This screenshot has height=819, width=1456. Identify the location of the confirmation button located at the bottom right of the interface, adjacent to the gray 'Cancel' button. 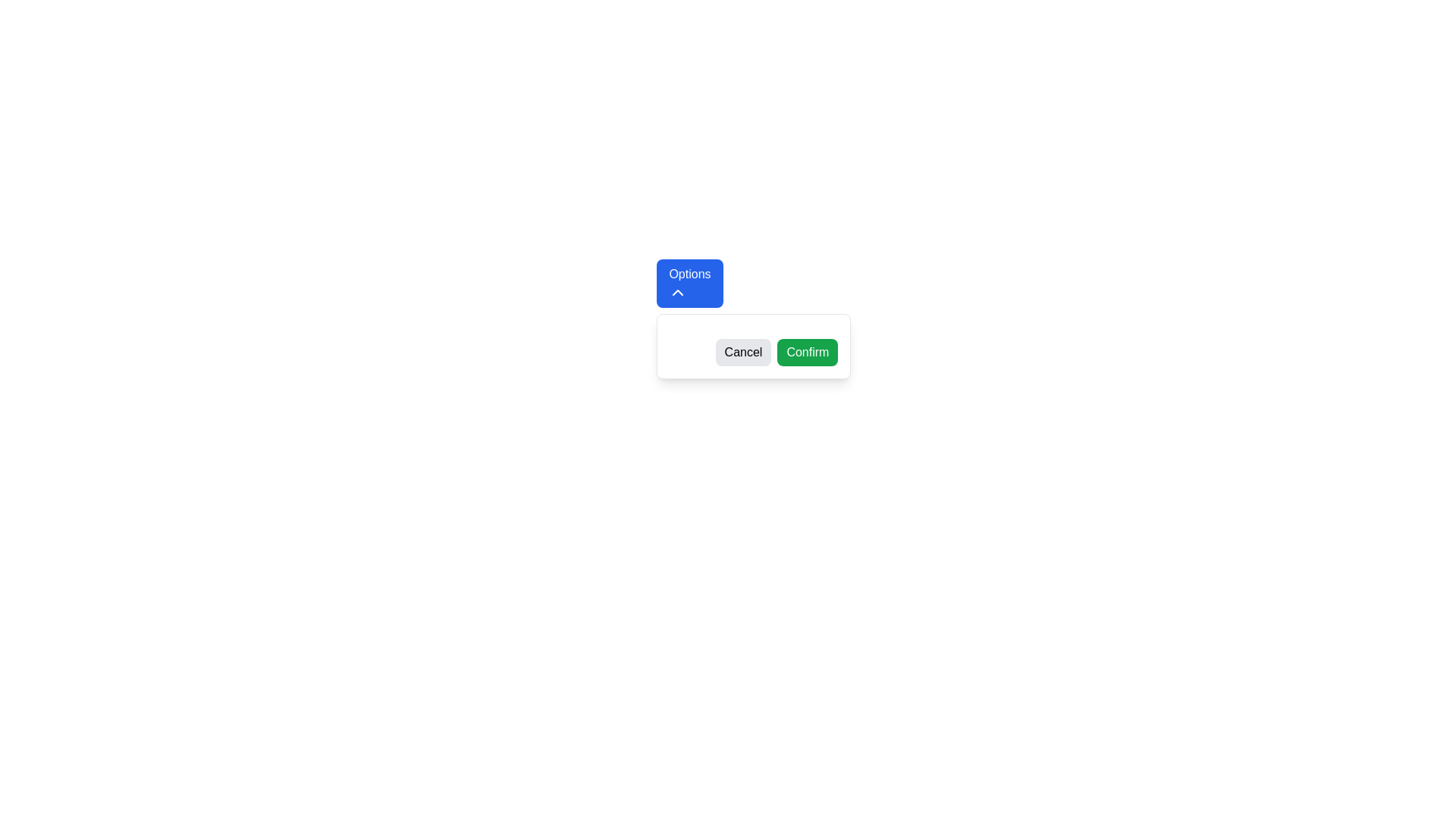
(807, 353).